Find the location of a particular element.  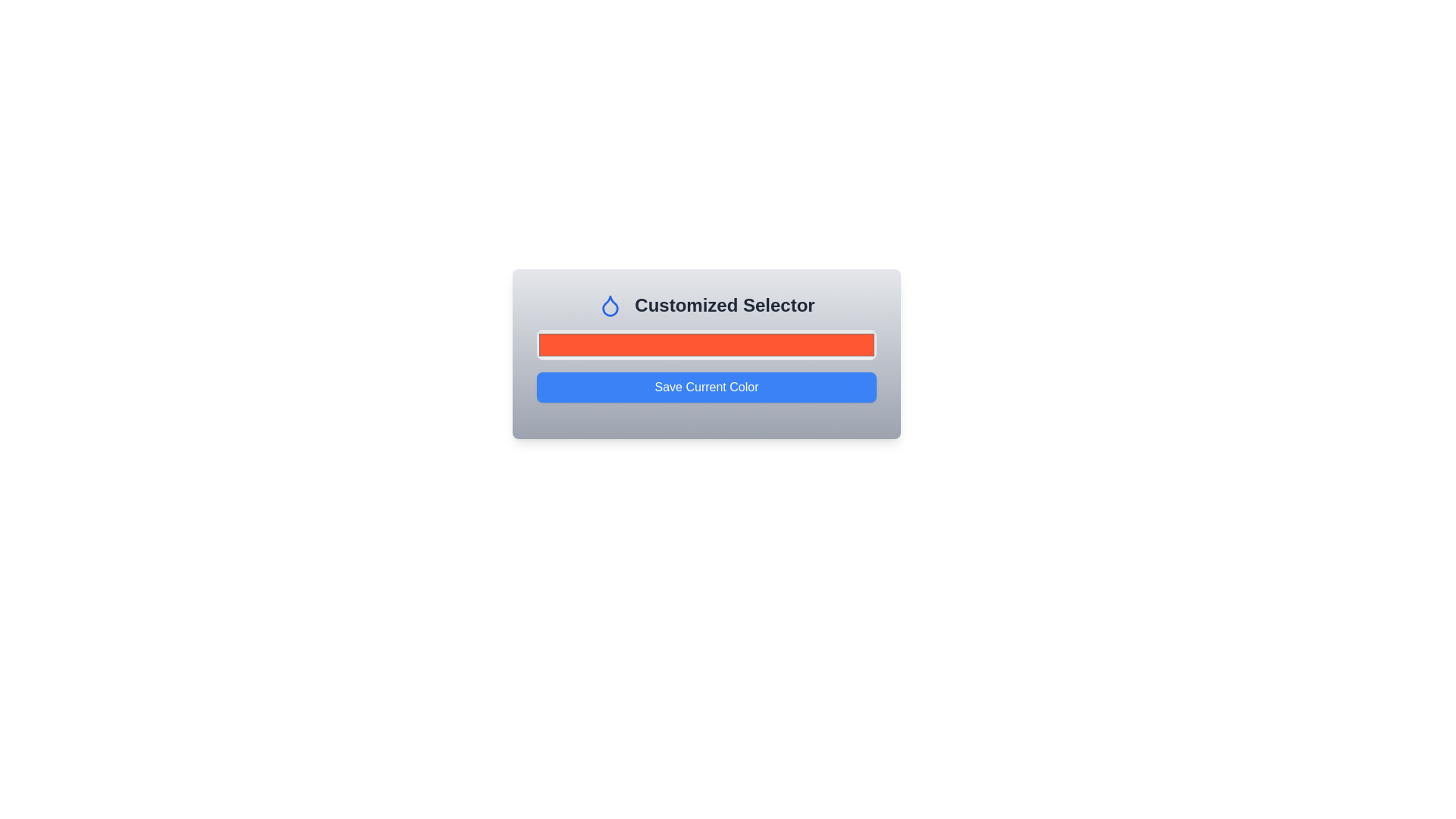

the icon representing the 'Customized Selector' feature, which is positioned to the left of the text in a horizontal layout is located at coordinates (610, 305).